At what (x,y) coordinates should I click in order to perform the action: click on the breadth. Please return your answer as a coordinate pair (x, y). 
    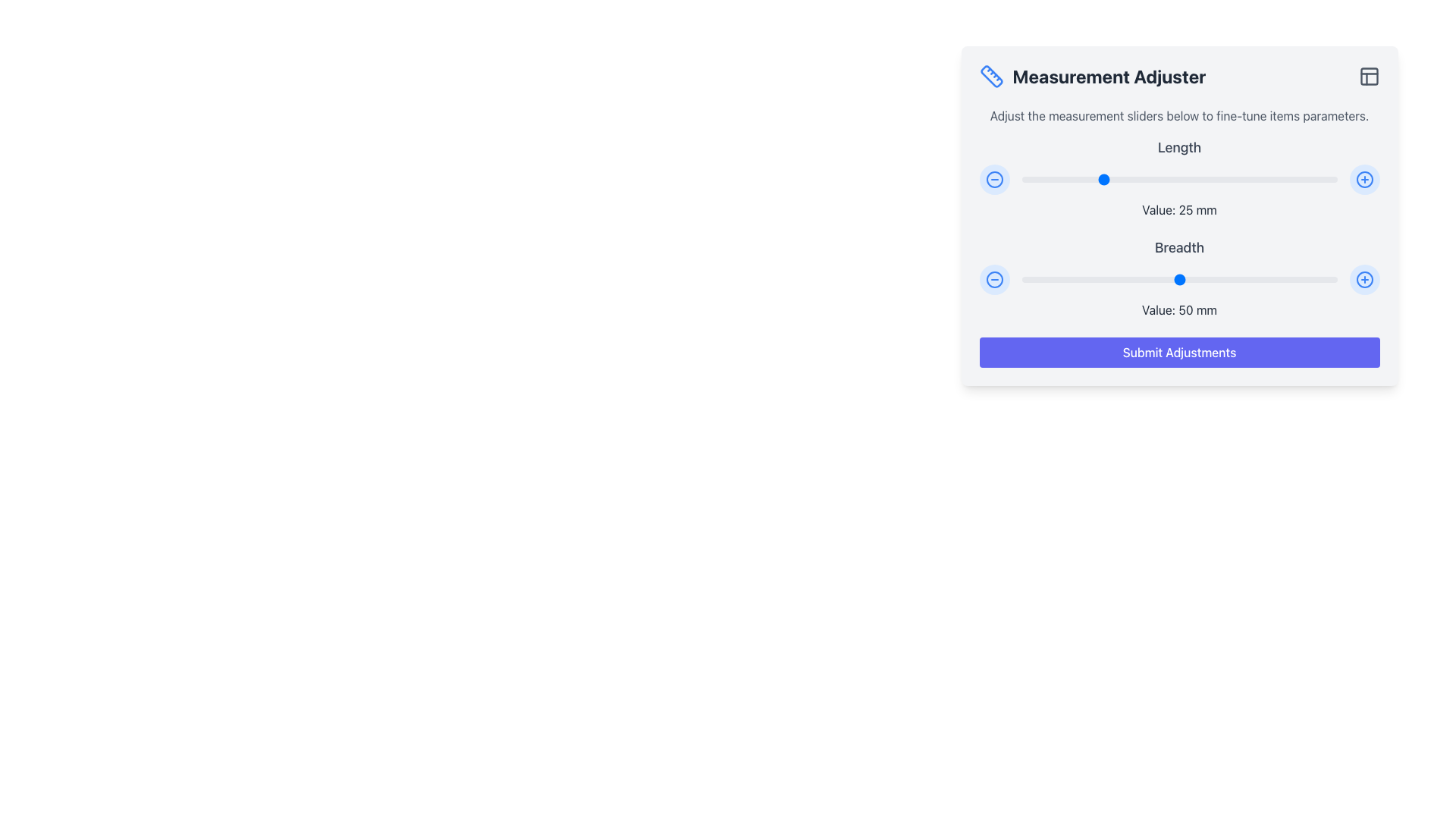
    Looking at the image, I should click on (1028, 280).